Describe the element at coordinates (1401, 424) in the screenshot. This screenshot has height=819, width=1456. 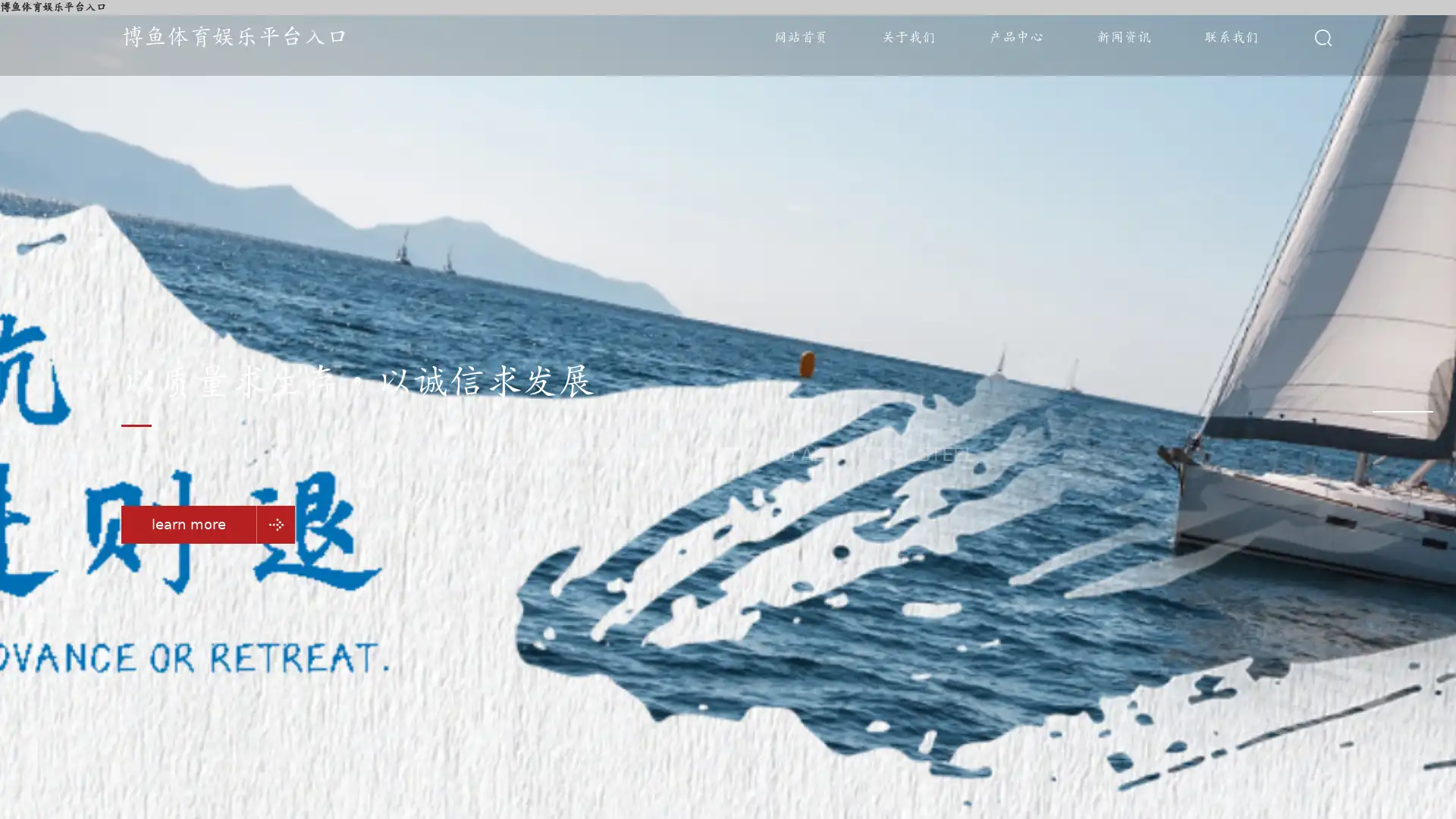
I see `Go to slide 2` at that location.